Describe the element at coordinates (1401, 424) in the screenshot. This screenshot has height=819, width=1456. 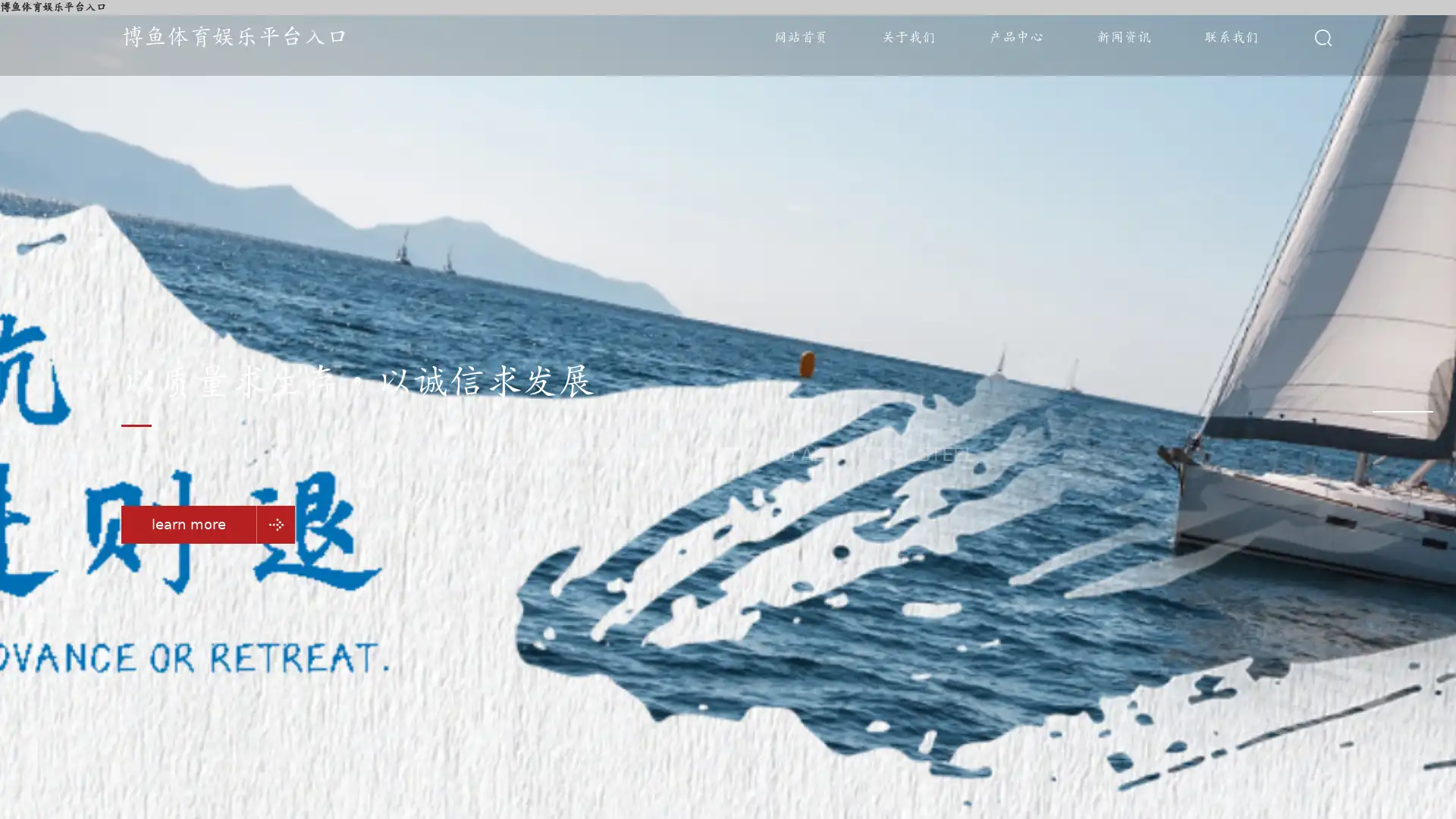
I see `Go to slide 2` at that location.